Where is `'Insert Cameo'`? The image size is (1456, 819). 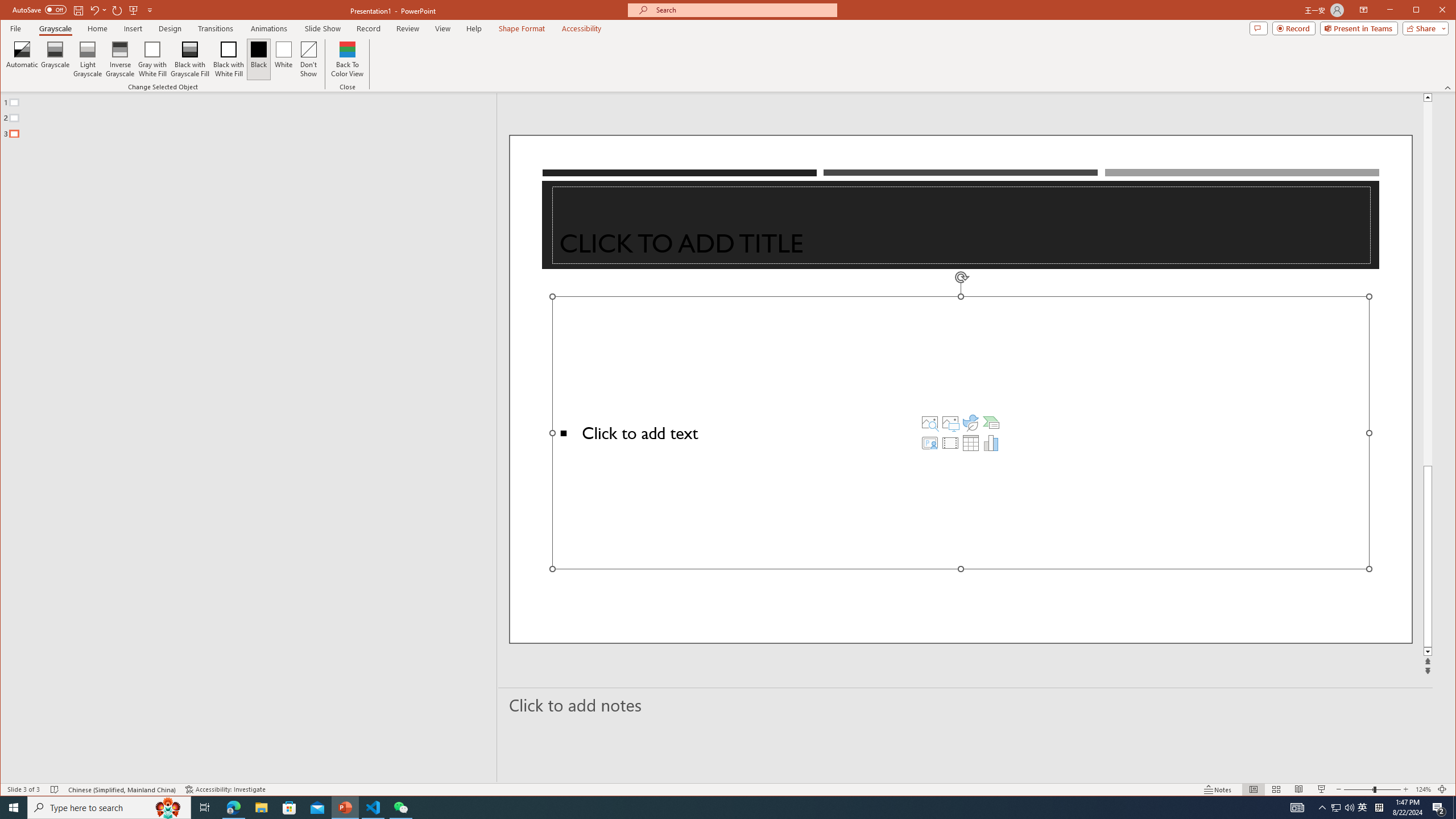 'Insert Cameo' is located at coordinates (929, 442).